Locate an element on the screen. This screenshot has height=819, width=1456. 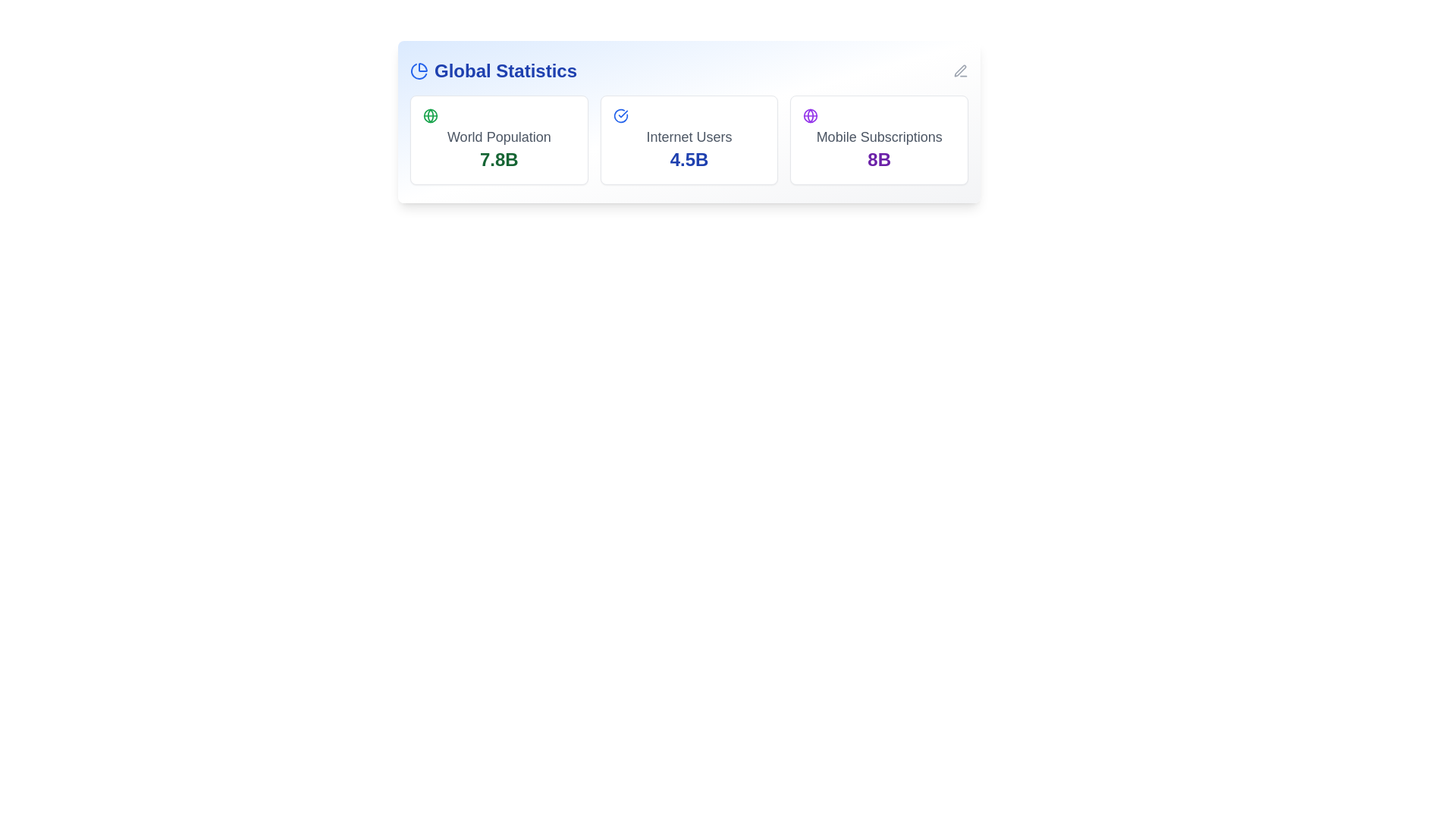
the purple globe icon located in the 'Mobile Subscriptions' card, which is the third card under 'Global Statistics' is located at coordinates (810, 115).